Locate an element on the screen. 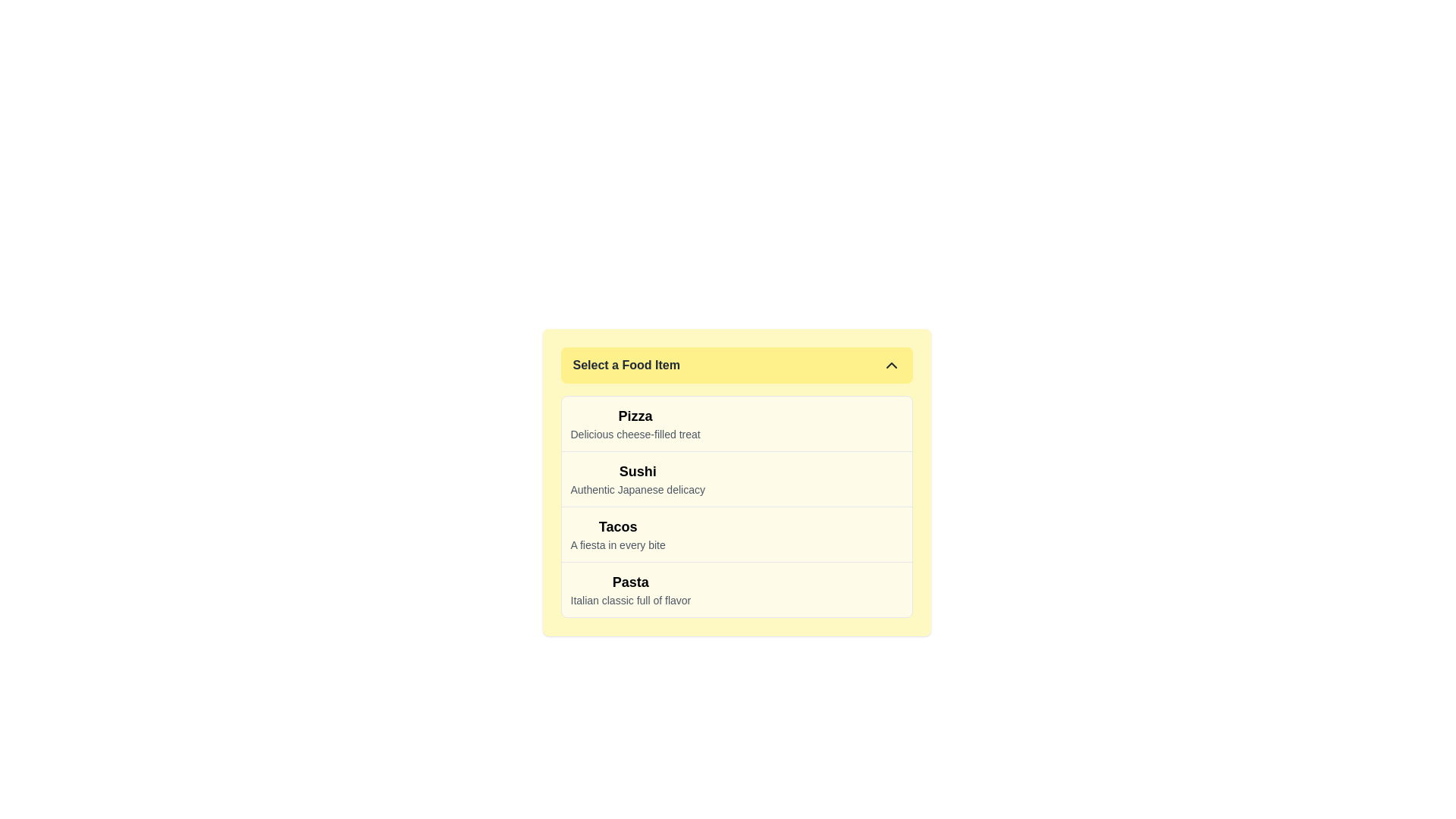 Image resolution: width=1456 pixels, height=819 pixels. the 'Tacos' list item is located at coordinates (618, 534).